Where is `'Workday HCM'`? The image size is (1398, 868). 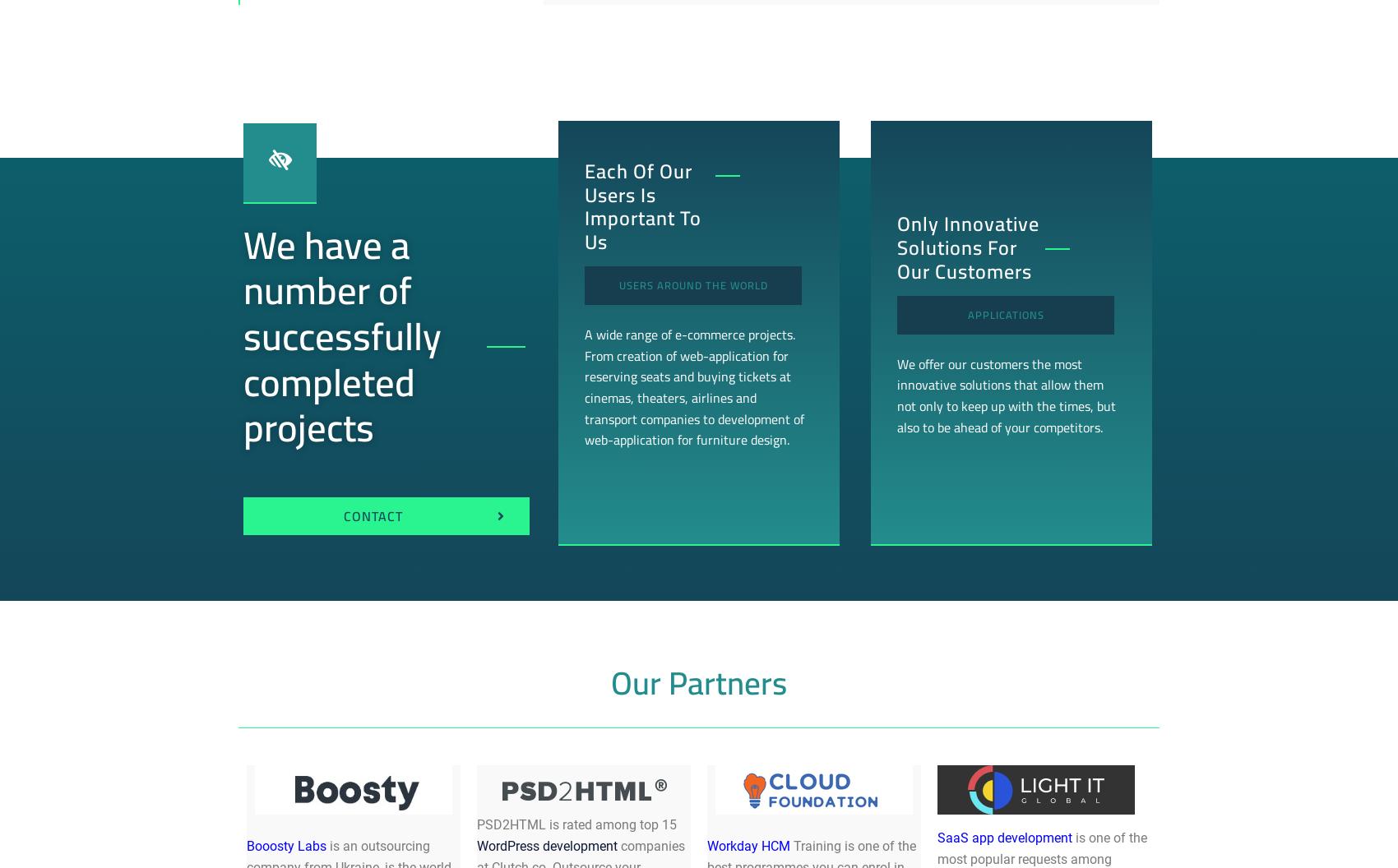
'Workday HCM' is located at coordinates (748, 844).